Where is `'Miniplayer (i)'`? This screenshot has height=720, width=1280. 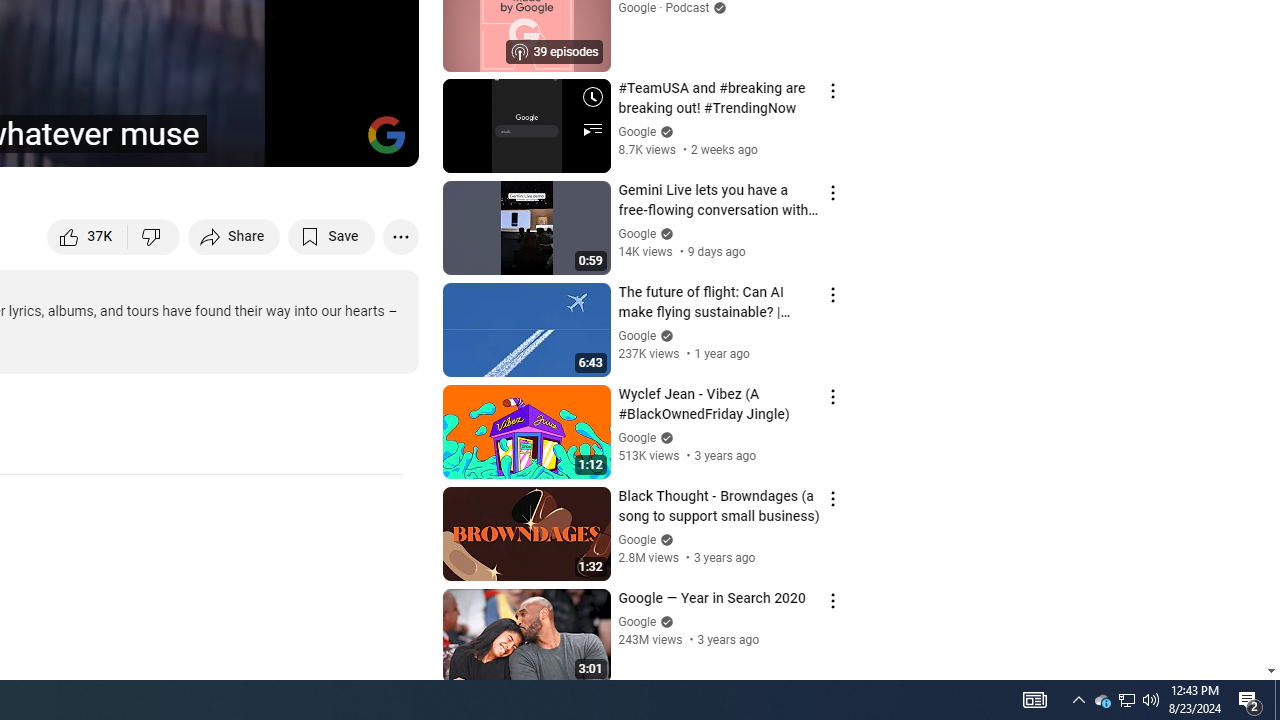
'Miniplayer (i)' is located at coordinates (285, 141).